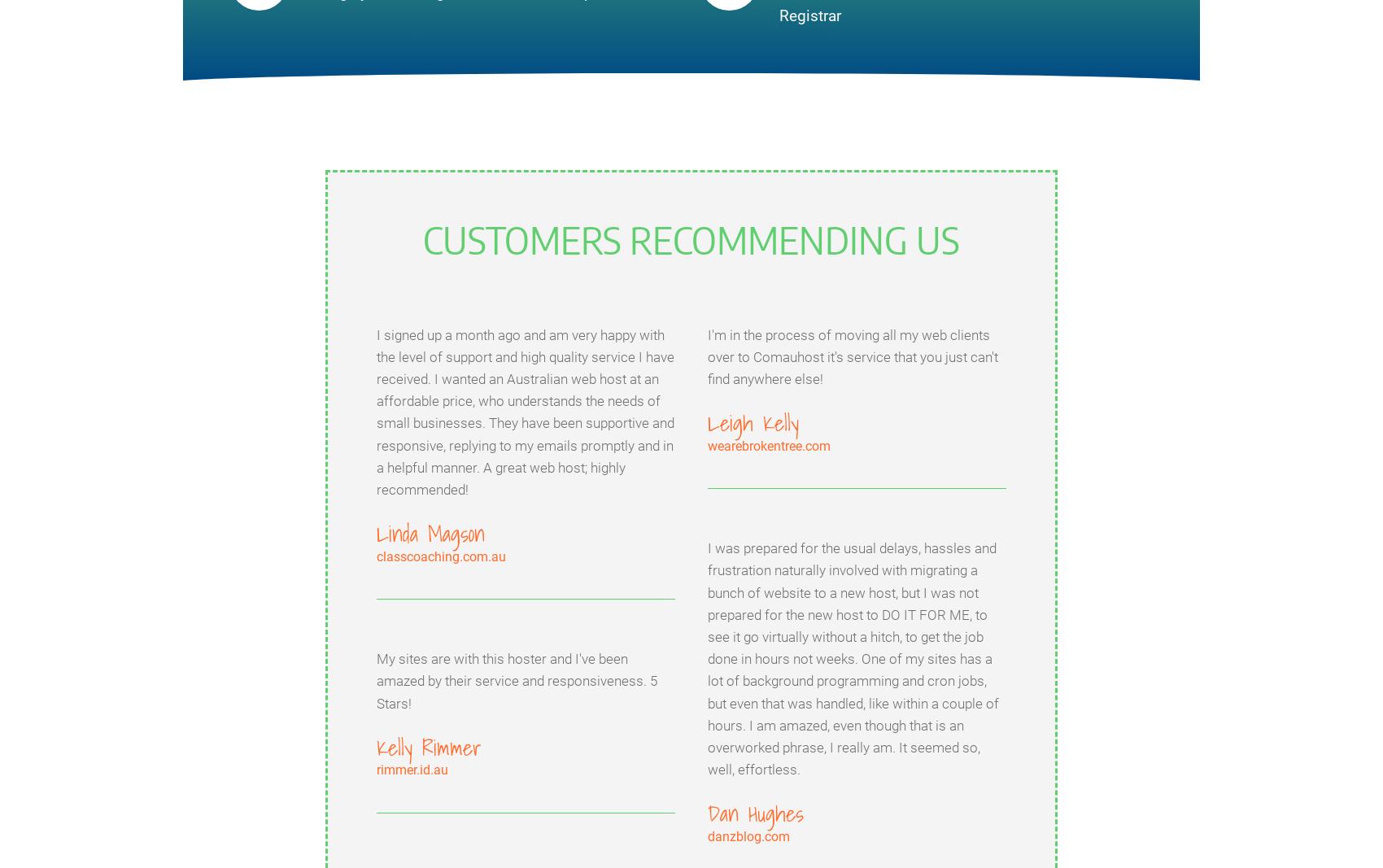 Image resolution: width=1383 pixels, height=868 pixels. Describe the element at coordinates (753, 421) in the screenshot. I see `'Leigh Kelly'` at that location.